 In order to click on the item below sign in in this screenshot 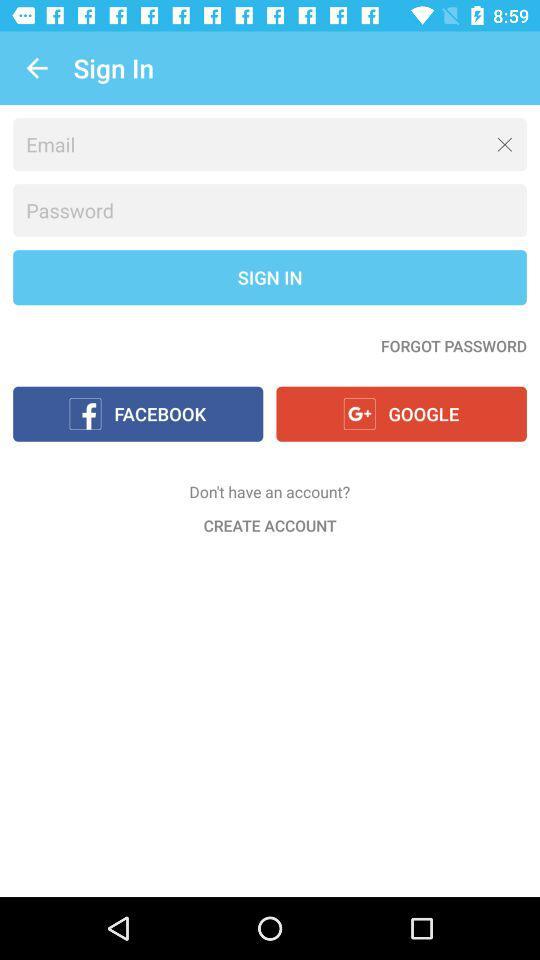, I will do `click(453, 345)`.